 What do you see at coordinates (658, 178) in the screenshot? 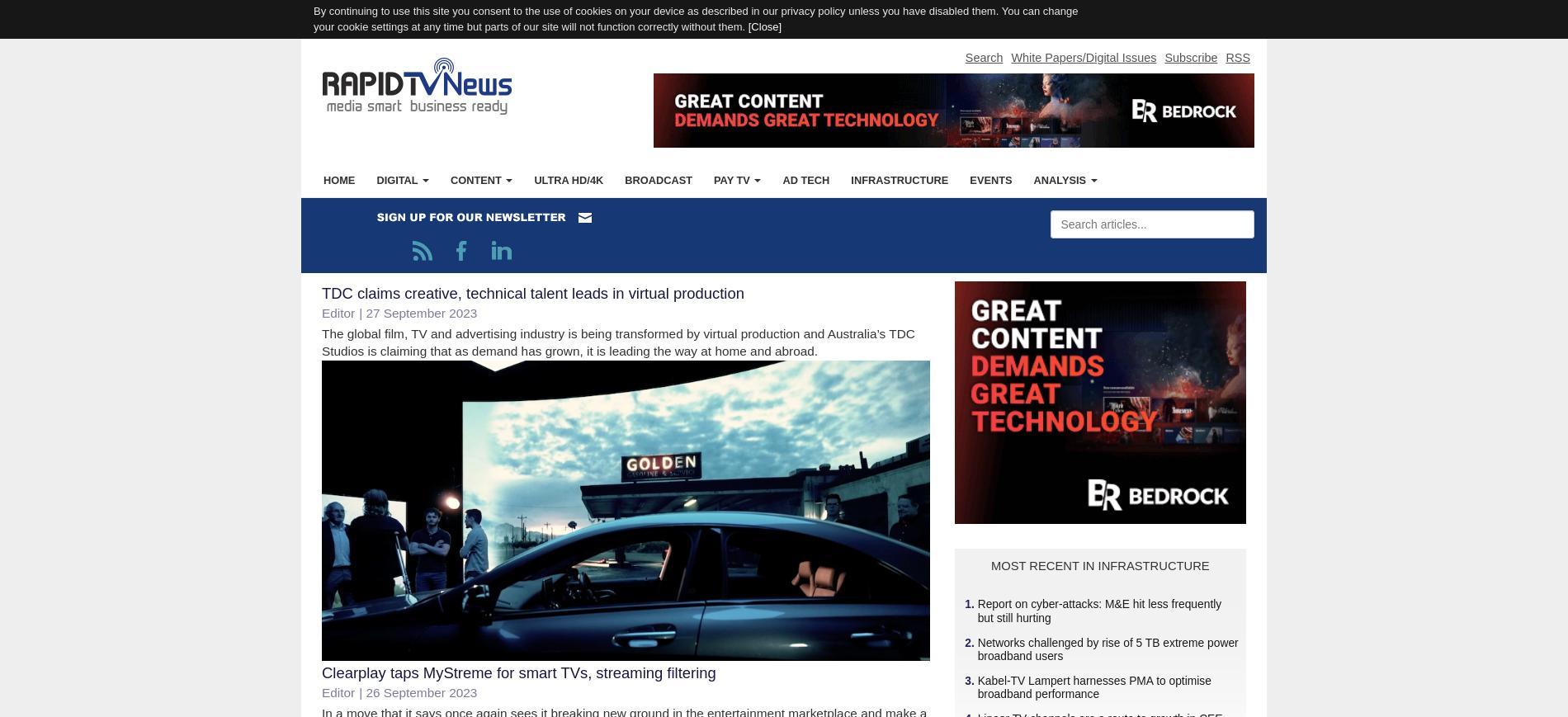
I see `'Broadcast'` at bounding box center [658, 178].